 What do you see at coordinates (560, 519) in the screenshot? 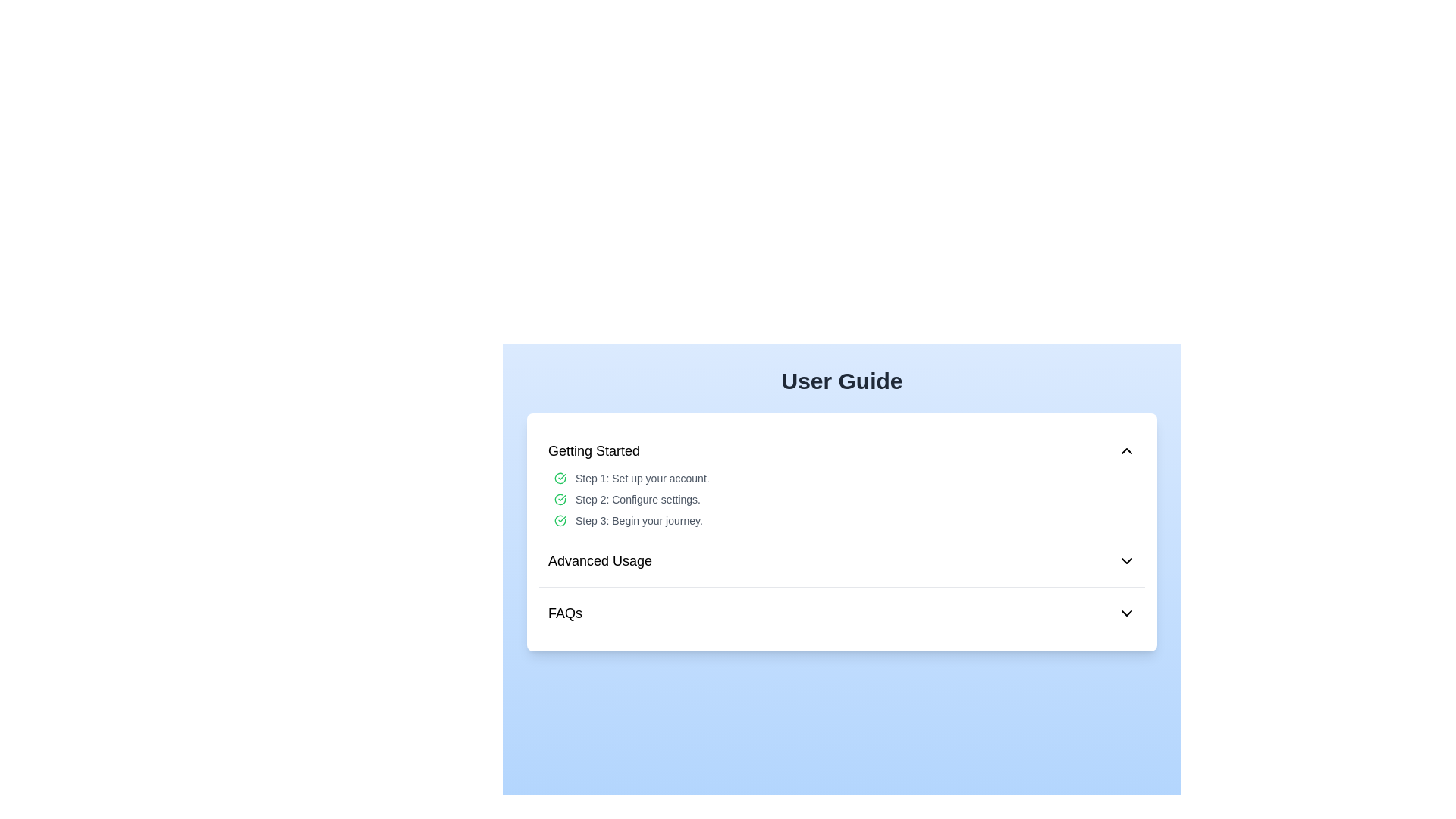
I see `the status of the completion icon for 'Step 3: Begin your journey,' which is the third checkmark icon in a vertical list located at the leftmost side of its corresponding step description` at bounding box center [560, 519].